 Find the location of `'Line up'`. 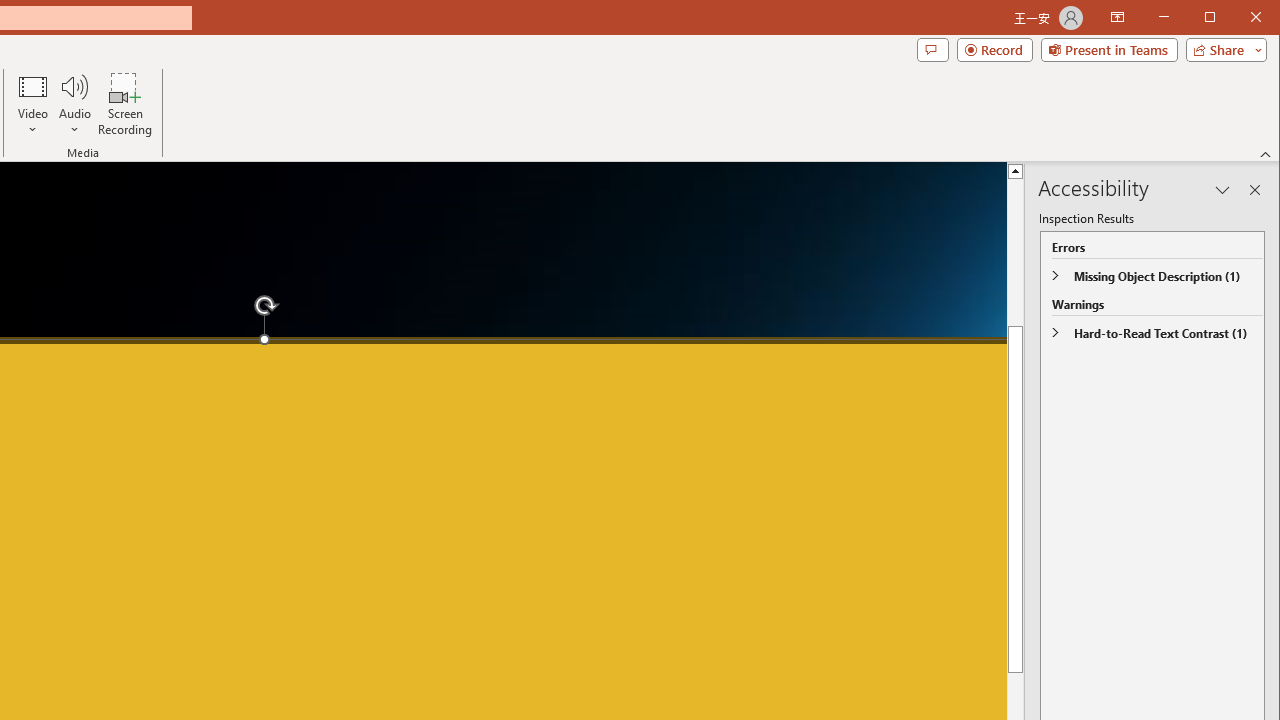

'Line up' is located at coordinates (1015, 169).